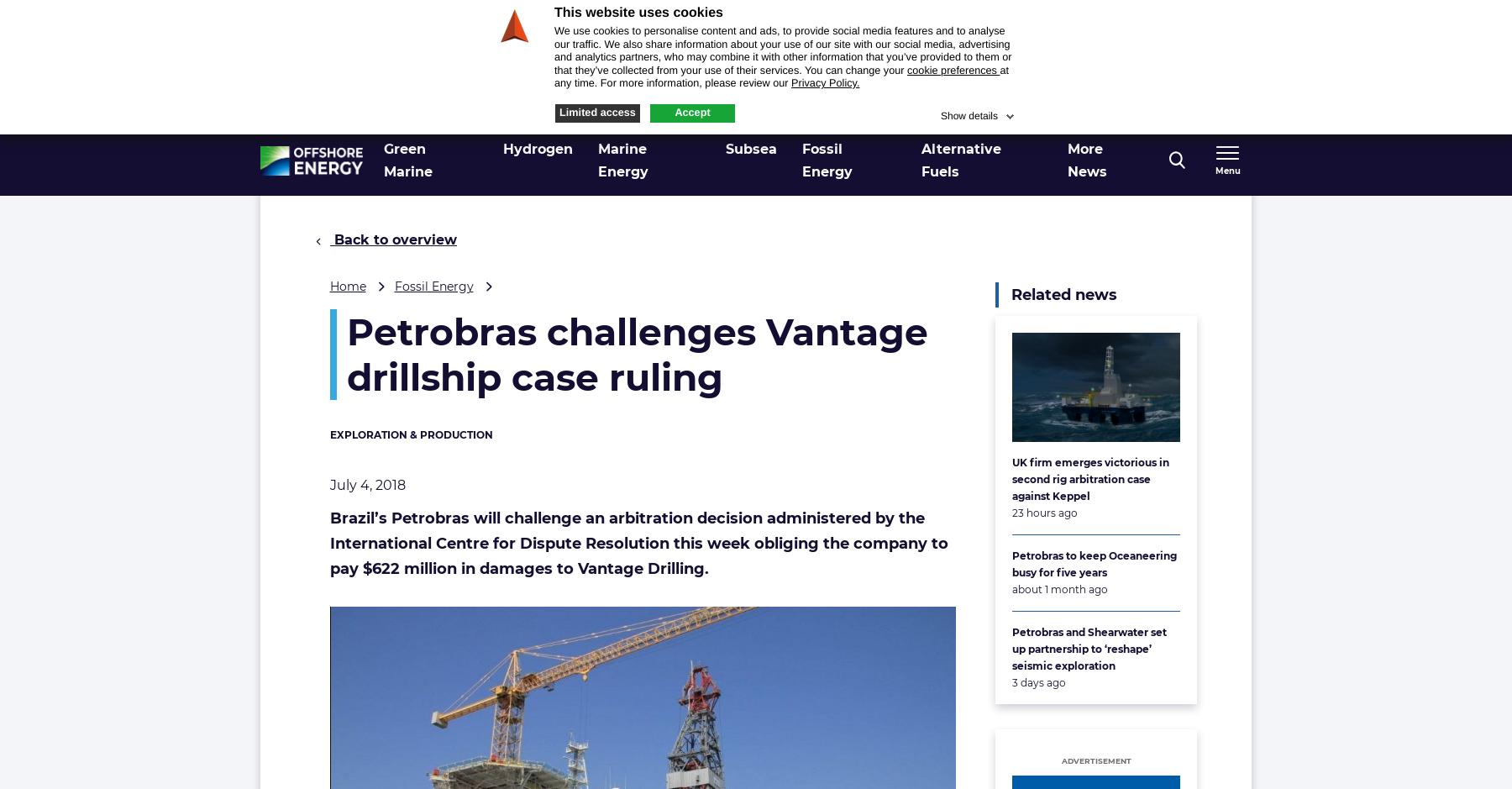 Image resolution: width=1512 pixels, height=789 pixels. Describe the element at coordinates (622, 159) in the screenshot. I see `'Marine Energy'` at that location.